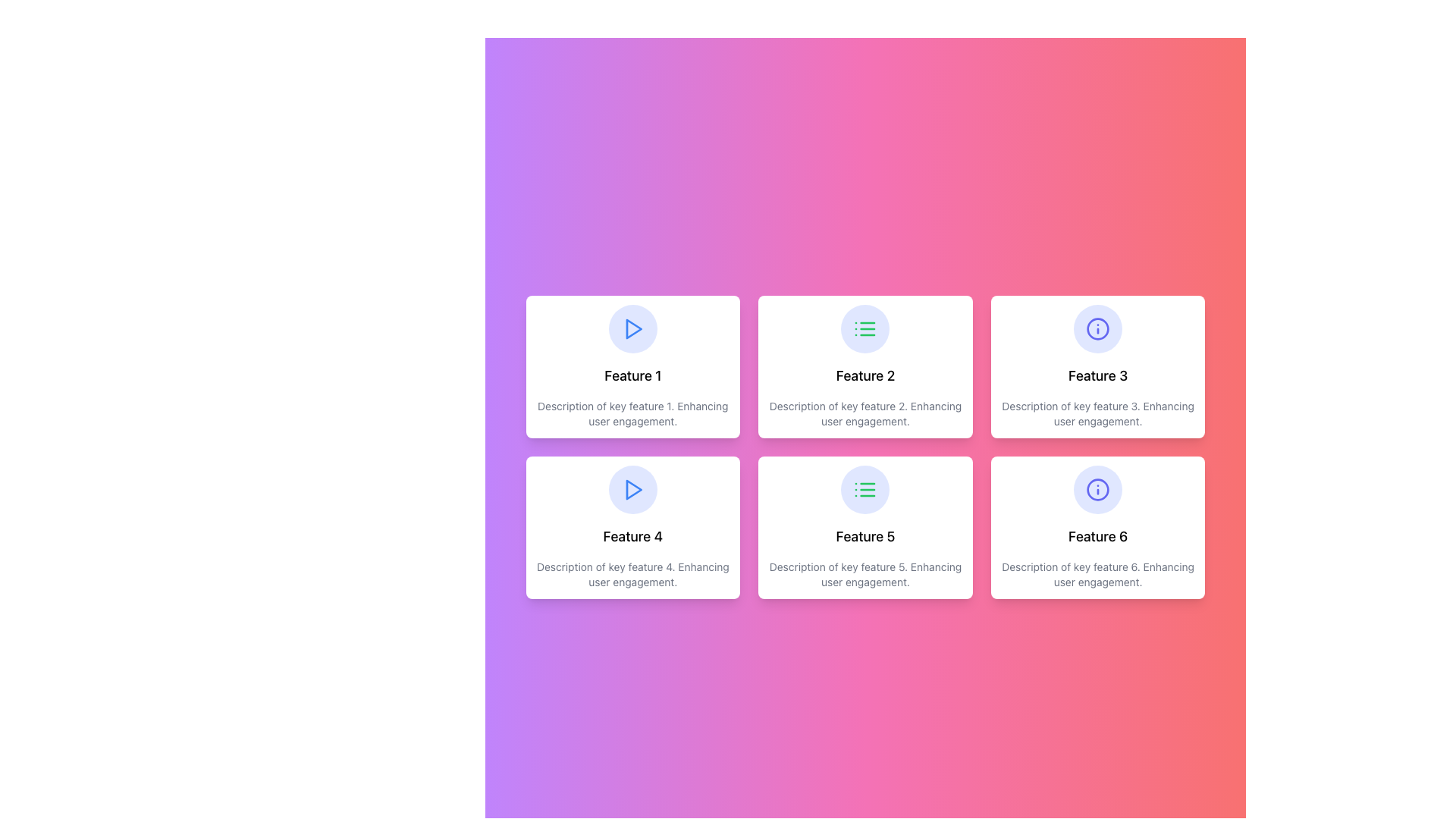  Describe the element at coordinates (865, 414) in the screenshot. I see `the descriptive text element located within the 'Feature 2' card, positioned directly below the title 'Feature 2' and the circular icon at the top-center of the card` at that location.